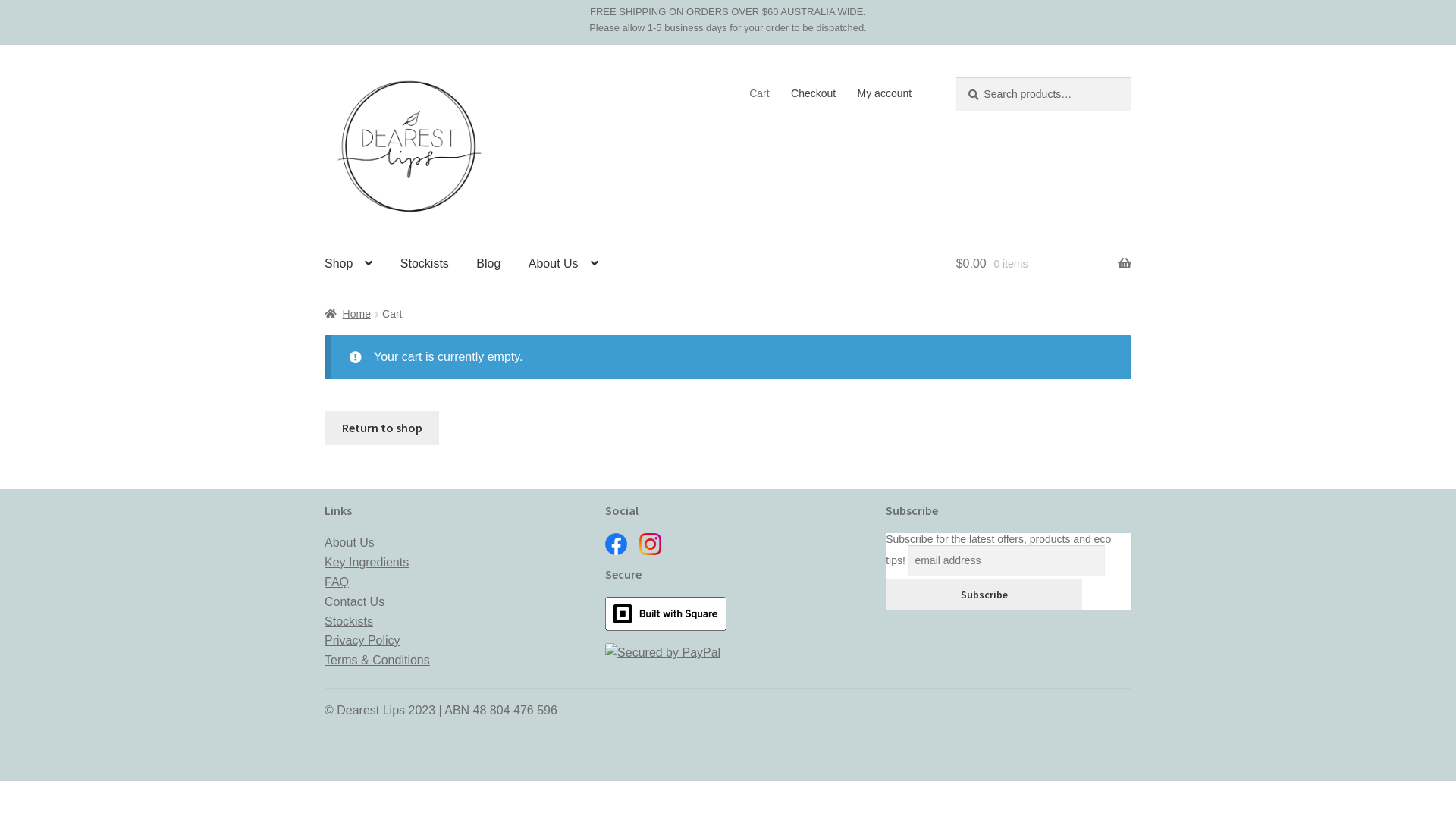 This screenshot has height=819, width=1456. I want to click on 'Terms & Conditions', so click(377, 659).